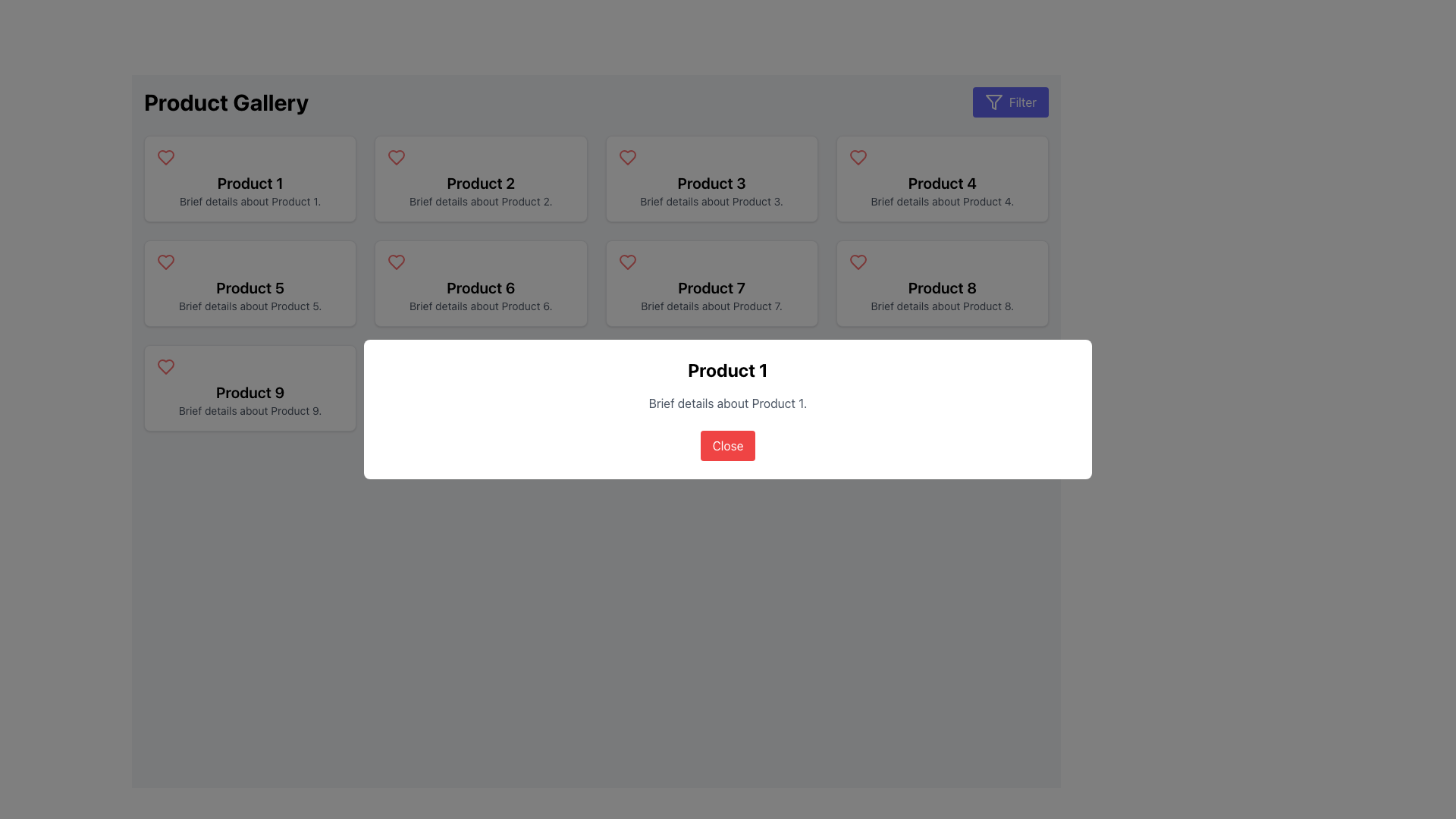  I want to click on the Card element presenting a product summary that displays 'Product 8' with a heart-shaped icon in the upper left corner, so click(941, 284).